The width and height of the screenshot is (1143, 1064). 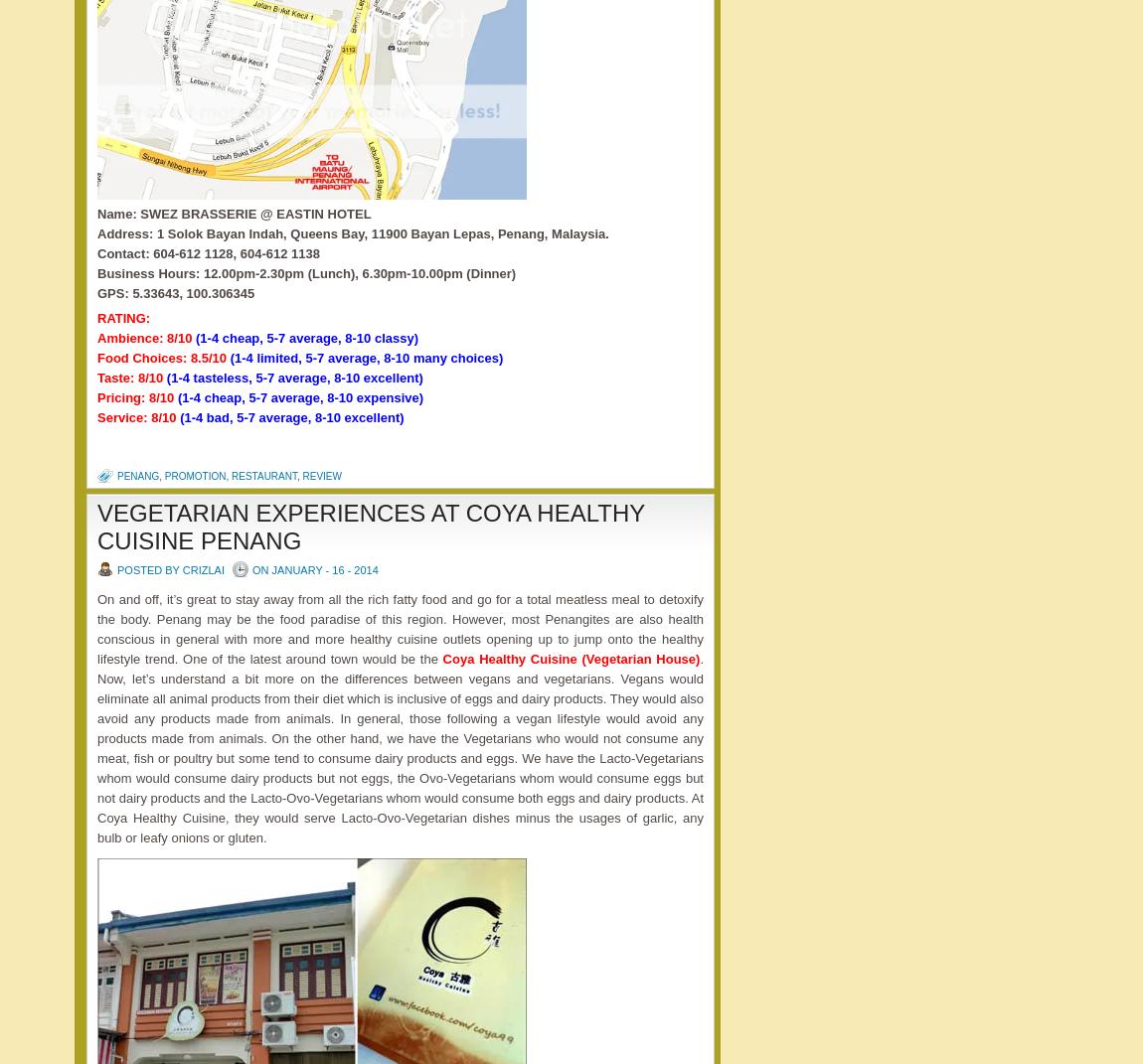 I want to click on 'Contact: 604-612 1128, 604-612 1138', so click(x=207, y=253).